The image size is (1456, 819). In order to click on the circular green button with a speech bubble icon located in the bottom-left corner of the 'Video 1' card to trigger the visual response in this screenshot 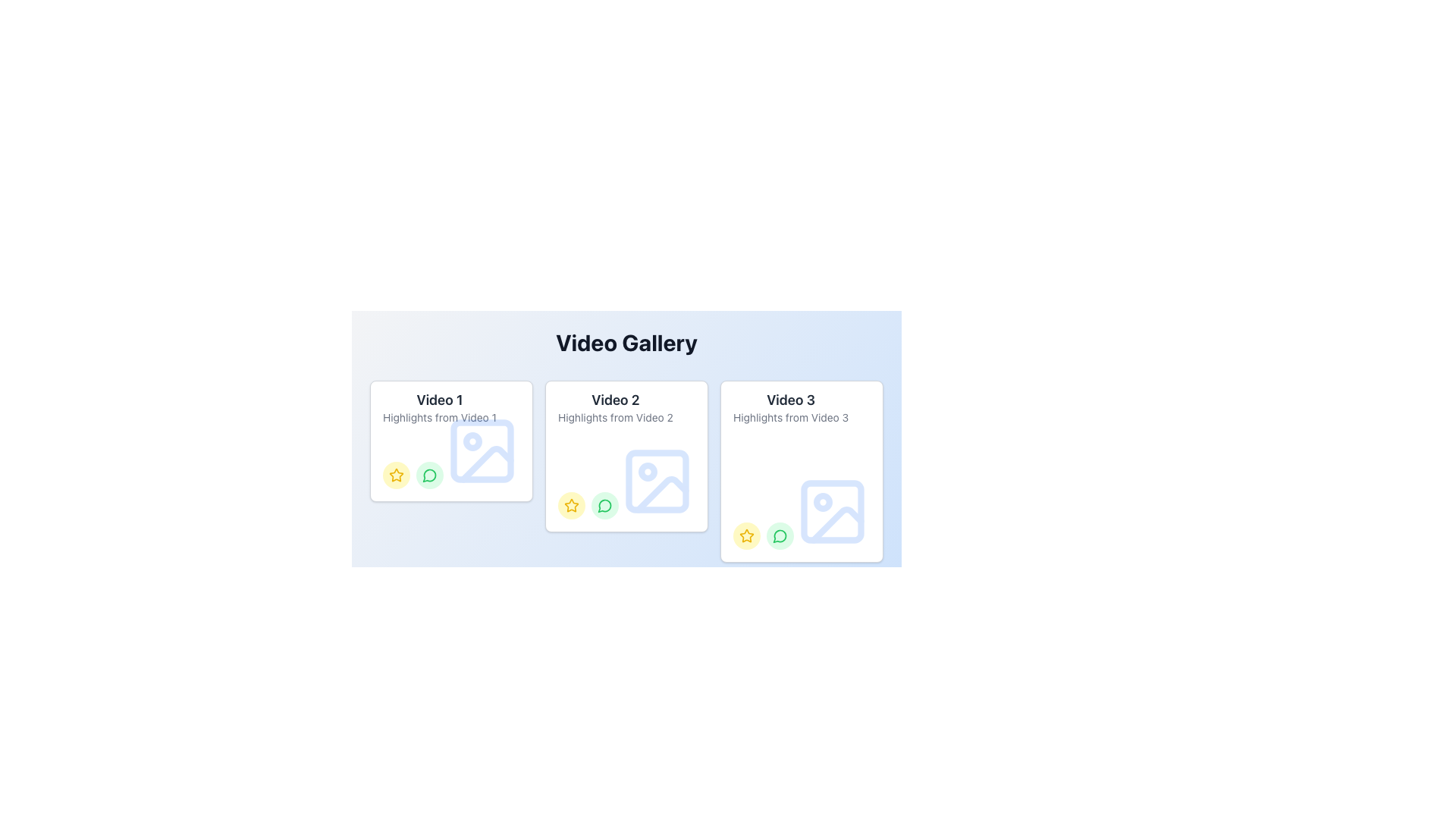, I will do `click(428, 475)`.